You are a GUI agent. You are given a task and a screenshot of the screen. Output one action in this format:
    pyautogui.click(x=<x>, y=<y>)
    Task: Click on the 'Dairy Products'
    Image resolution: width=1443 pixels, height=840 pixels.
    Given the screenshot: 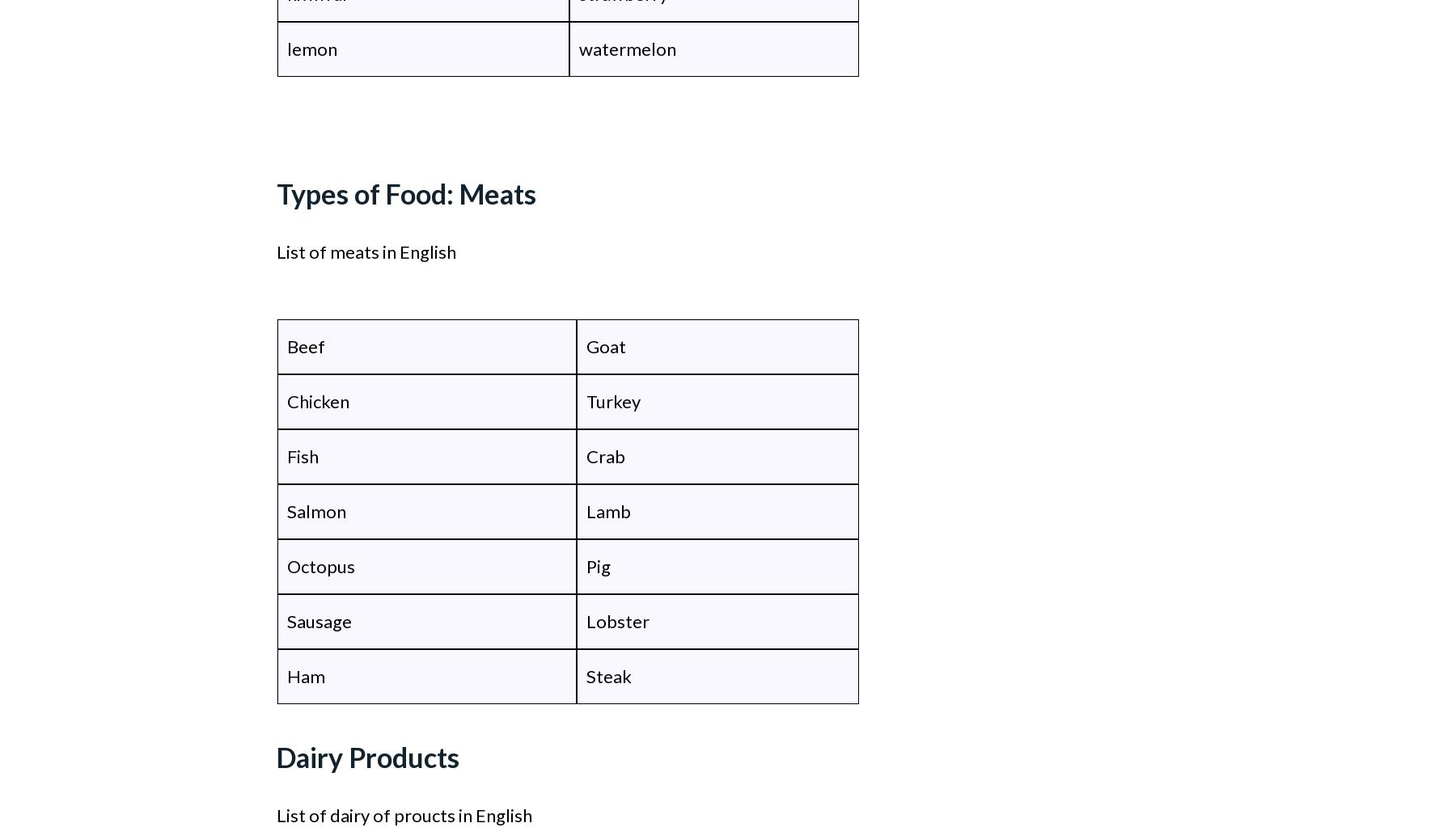 What is the action you would take?
    pyautogui.click(x=367, y=757)
    